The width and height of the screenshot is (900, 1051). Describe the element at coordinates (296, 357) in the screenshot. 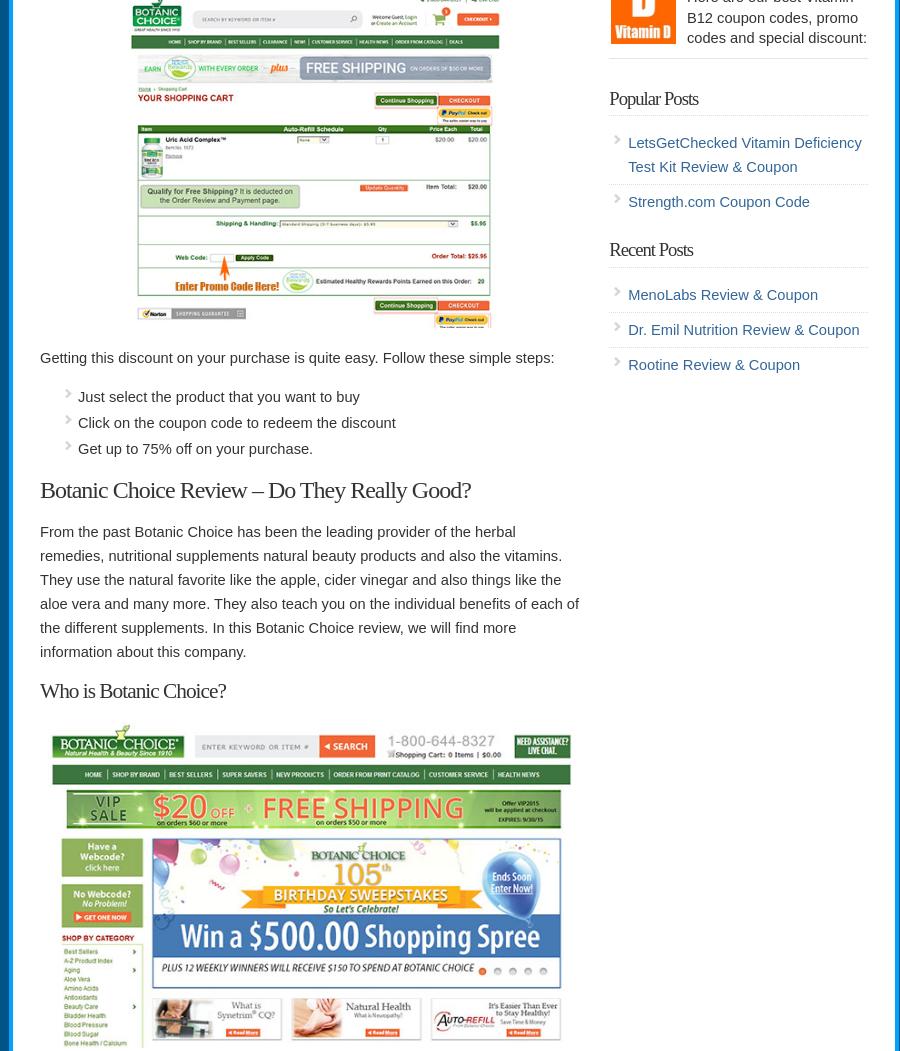

I see `'Getting this discount on your purchase is quite easy. Follow these simple steps:'` at that location.